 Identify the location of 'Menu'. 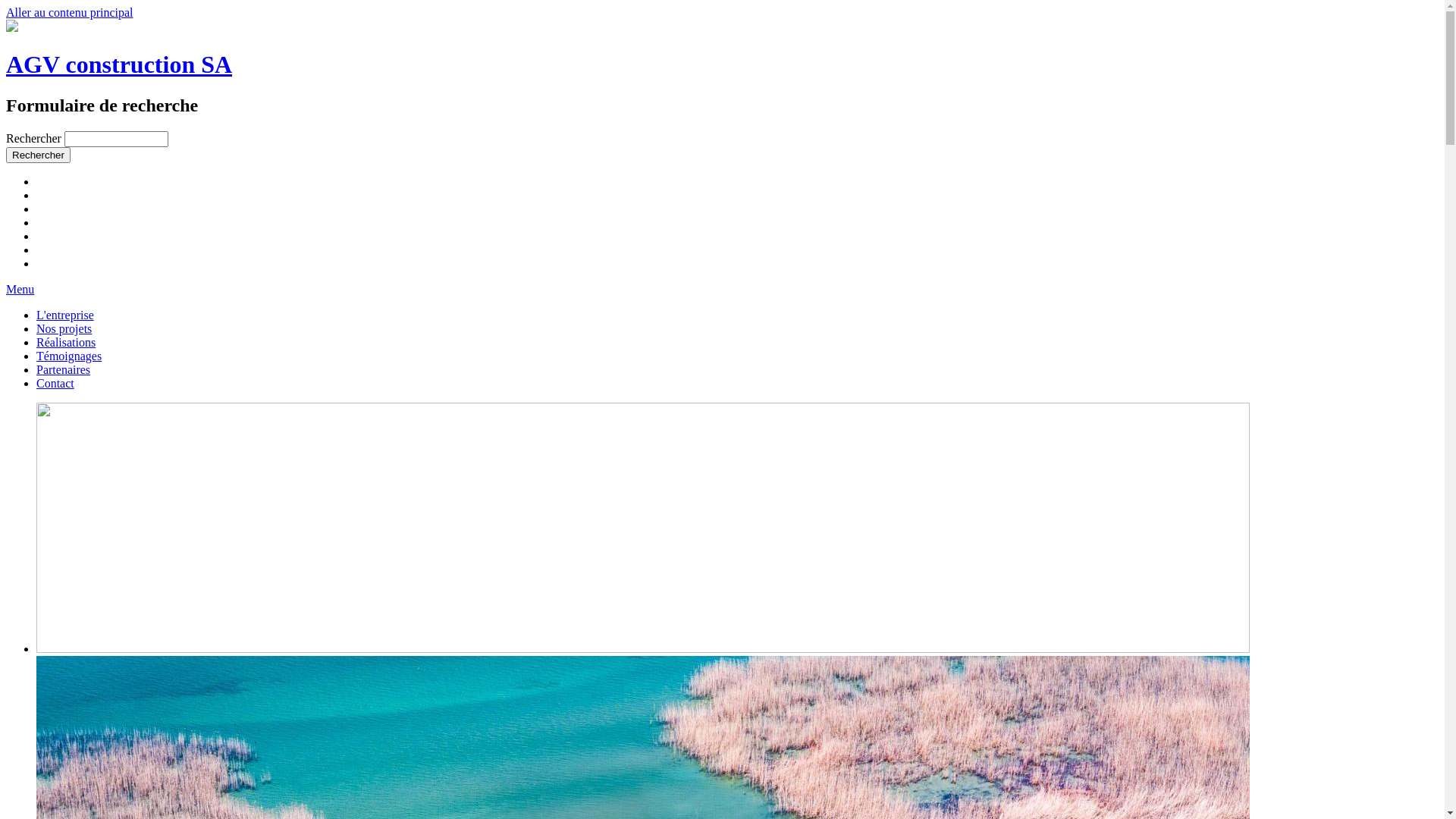
(6, 289).